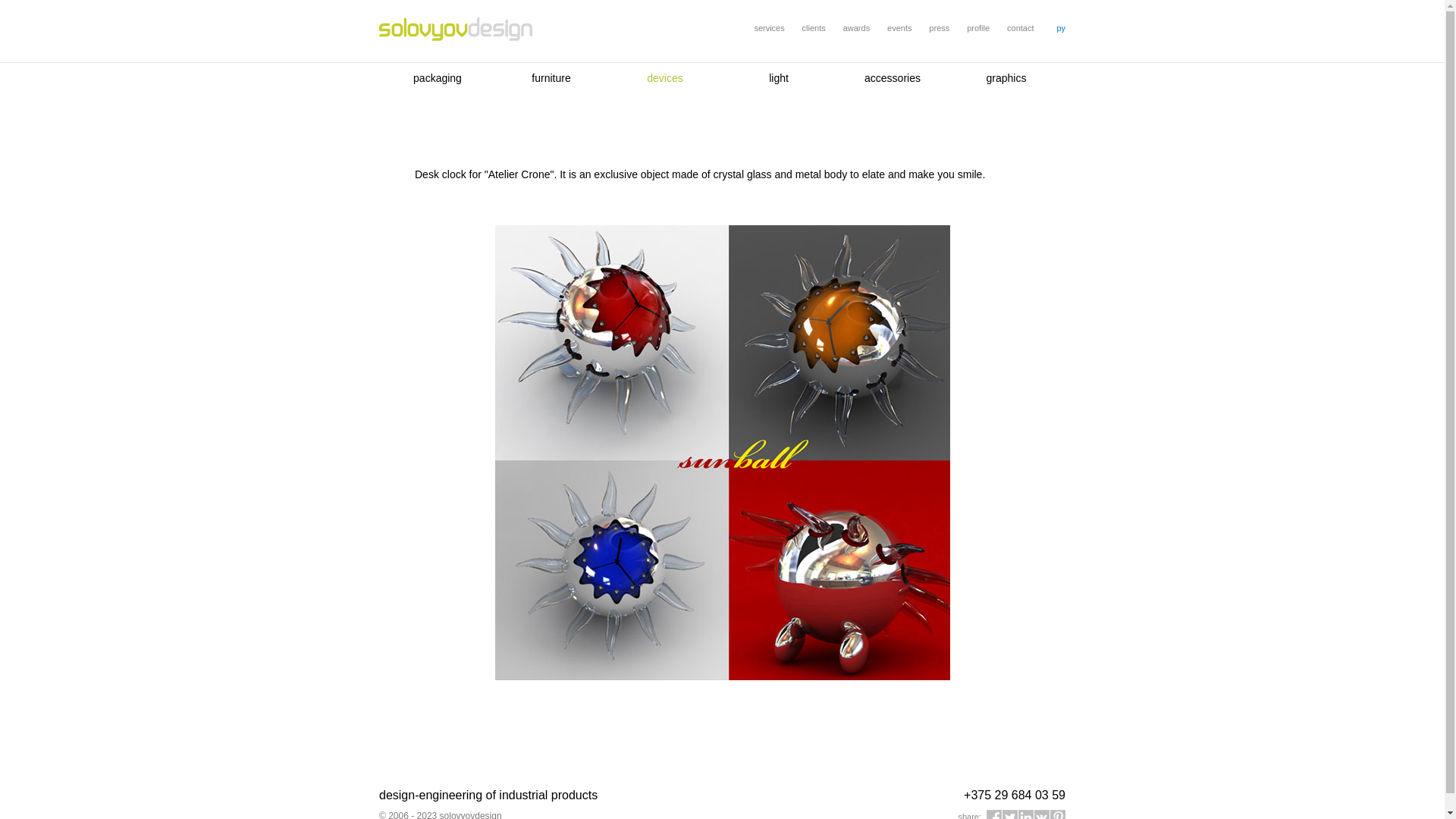  Describe the element at coordinates (899, 28) in the screenshot. I see `'events'` at that location.